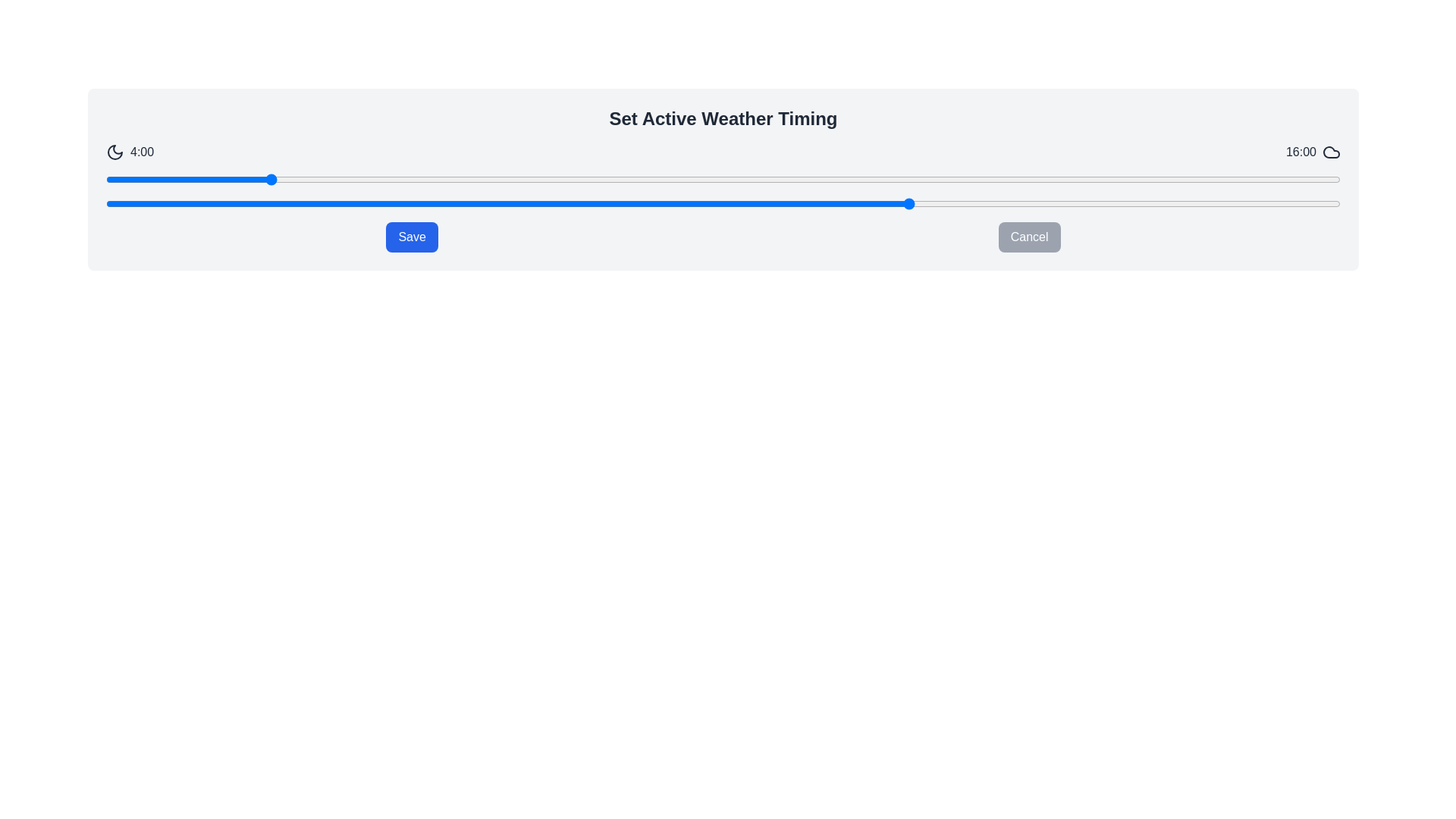  Describe the element at coordinates (412, 237) in the screenshot. I see `the 'Save' button, which is a rectangular button with a blue background and white text` at that location.